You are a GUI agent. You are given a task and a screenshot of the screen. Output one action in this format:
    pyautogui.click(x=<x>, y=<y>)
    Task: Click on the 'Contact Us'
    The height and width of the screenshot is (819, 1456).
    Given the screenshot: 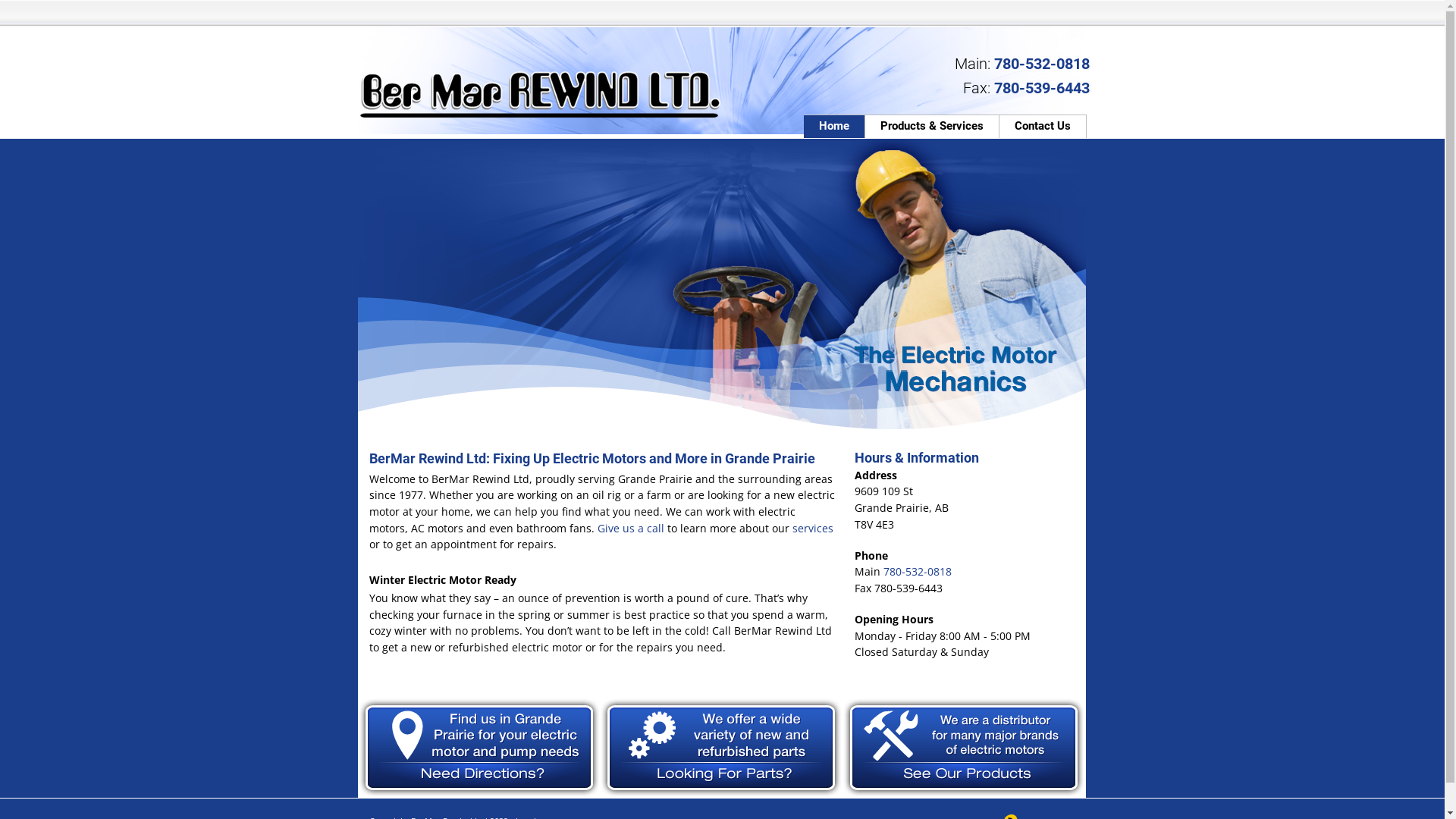 What is the action you would take?
    pyautogui.click(x=1042, y=125)
    